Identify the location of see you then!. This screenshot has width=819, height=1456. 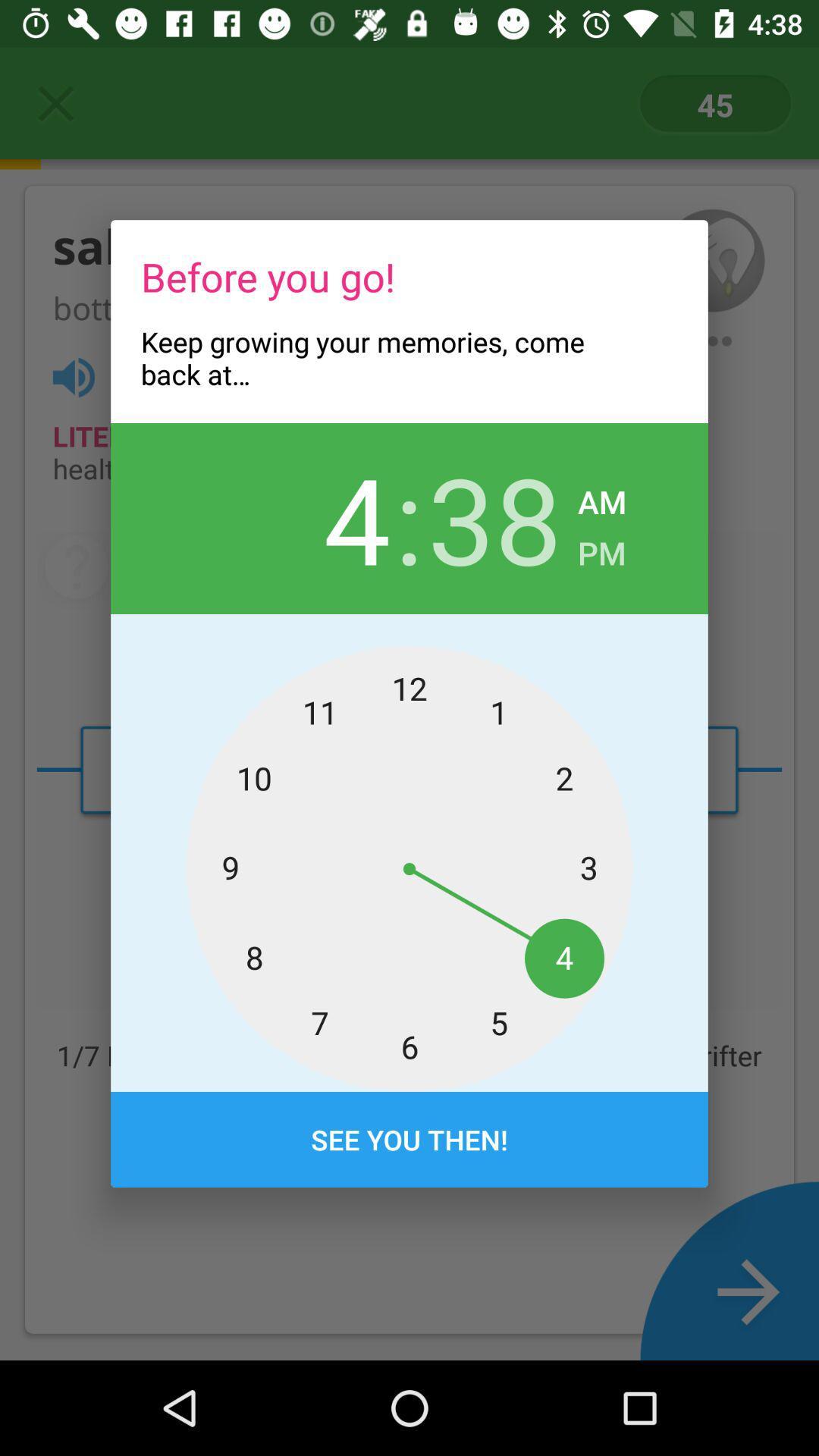
(409, 1139).